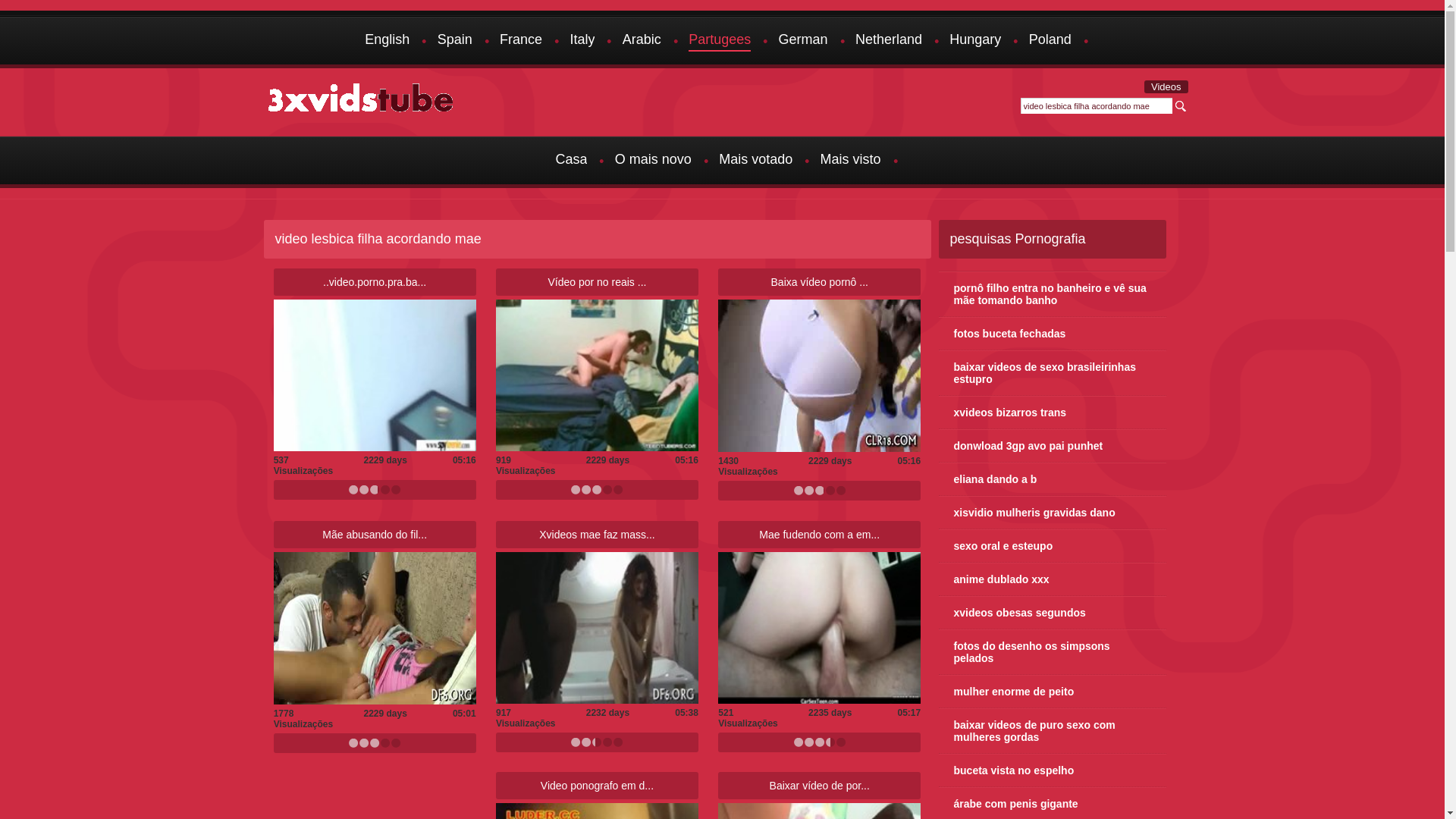 The image size is (1456, 819). Describe the element at coordinates (387, 40) in the screenshot. I see `'English'` at that location.